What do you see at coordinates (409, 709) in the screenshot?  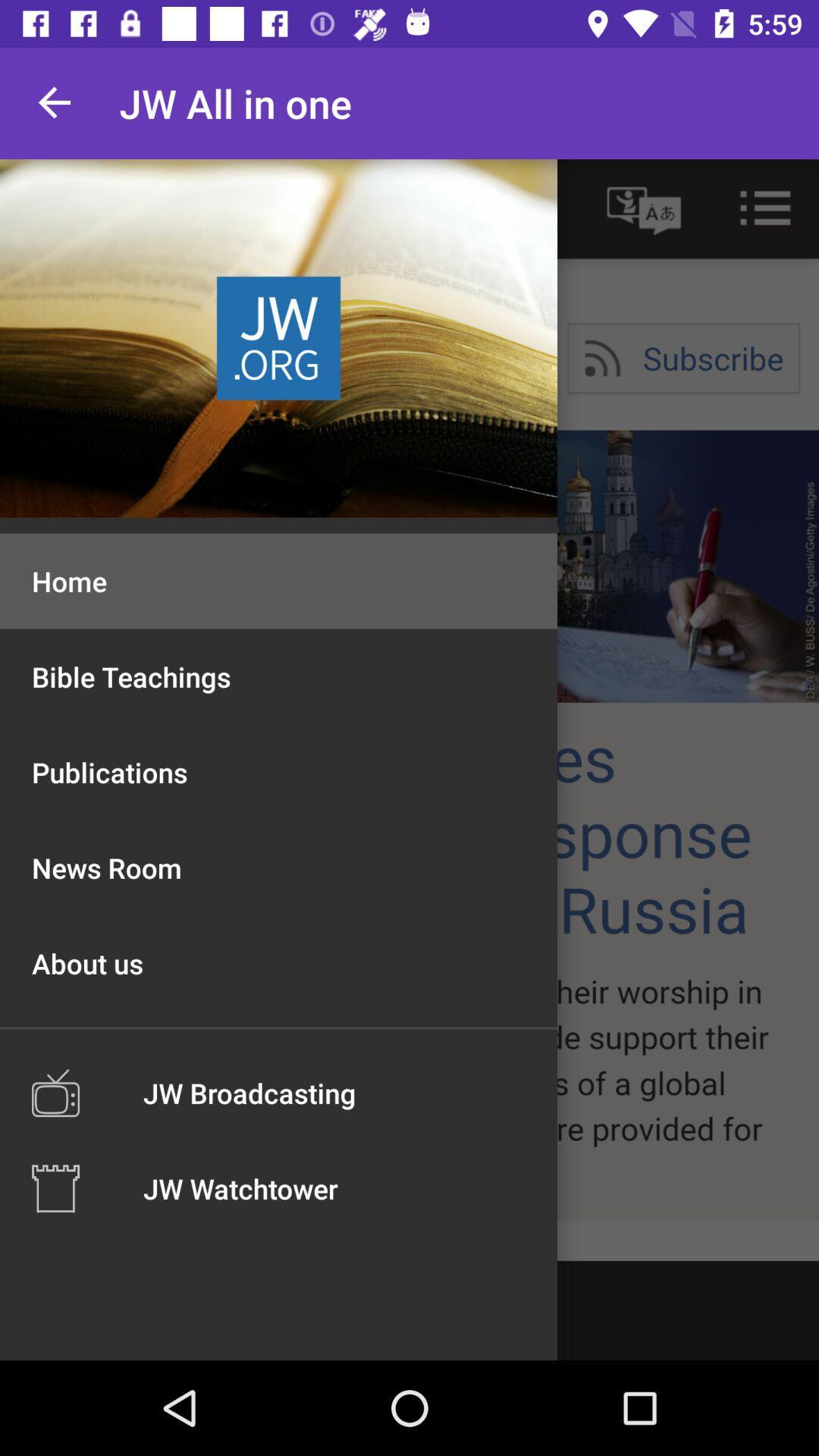 I see `go home` at bounding box center [409, 709].